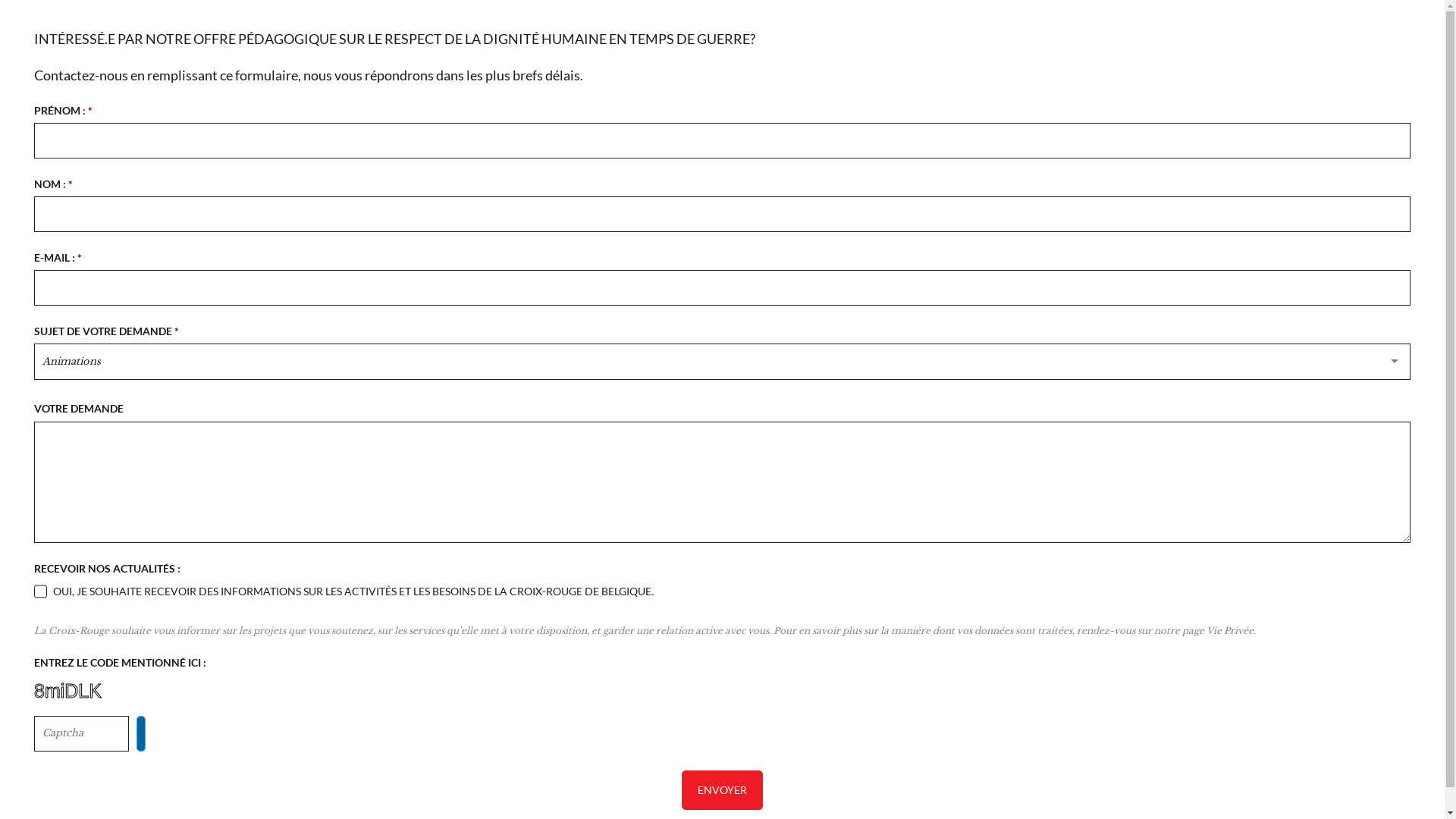  I want to click on 'ENVOYER', so click(721, 789).